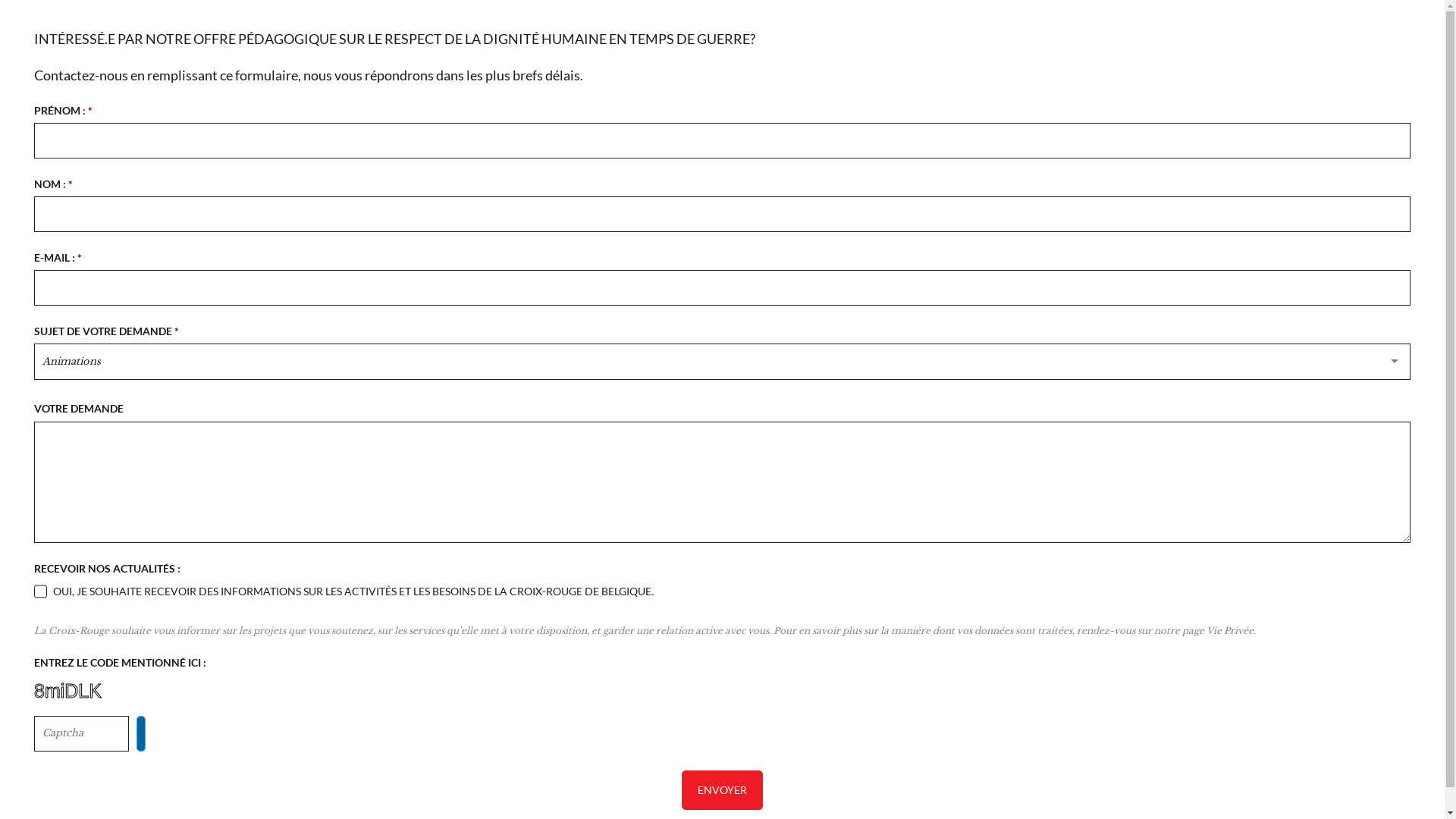  I want to click on 'ENVOYER', so click(721, 789).